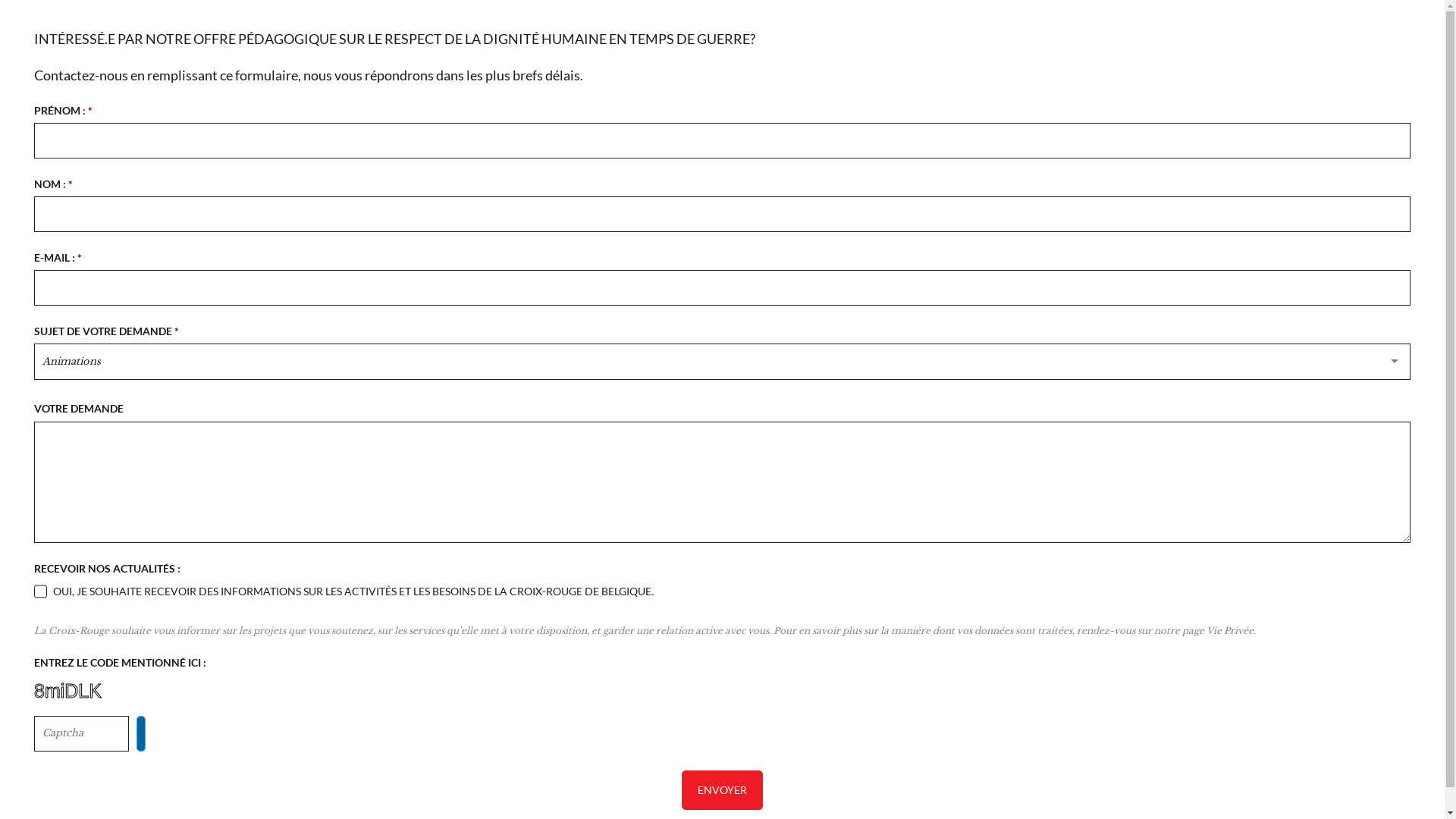  I want to click on 'ENVOYER', so click(721, 789).